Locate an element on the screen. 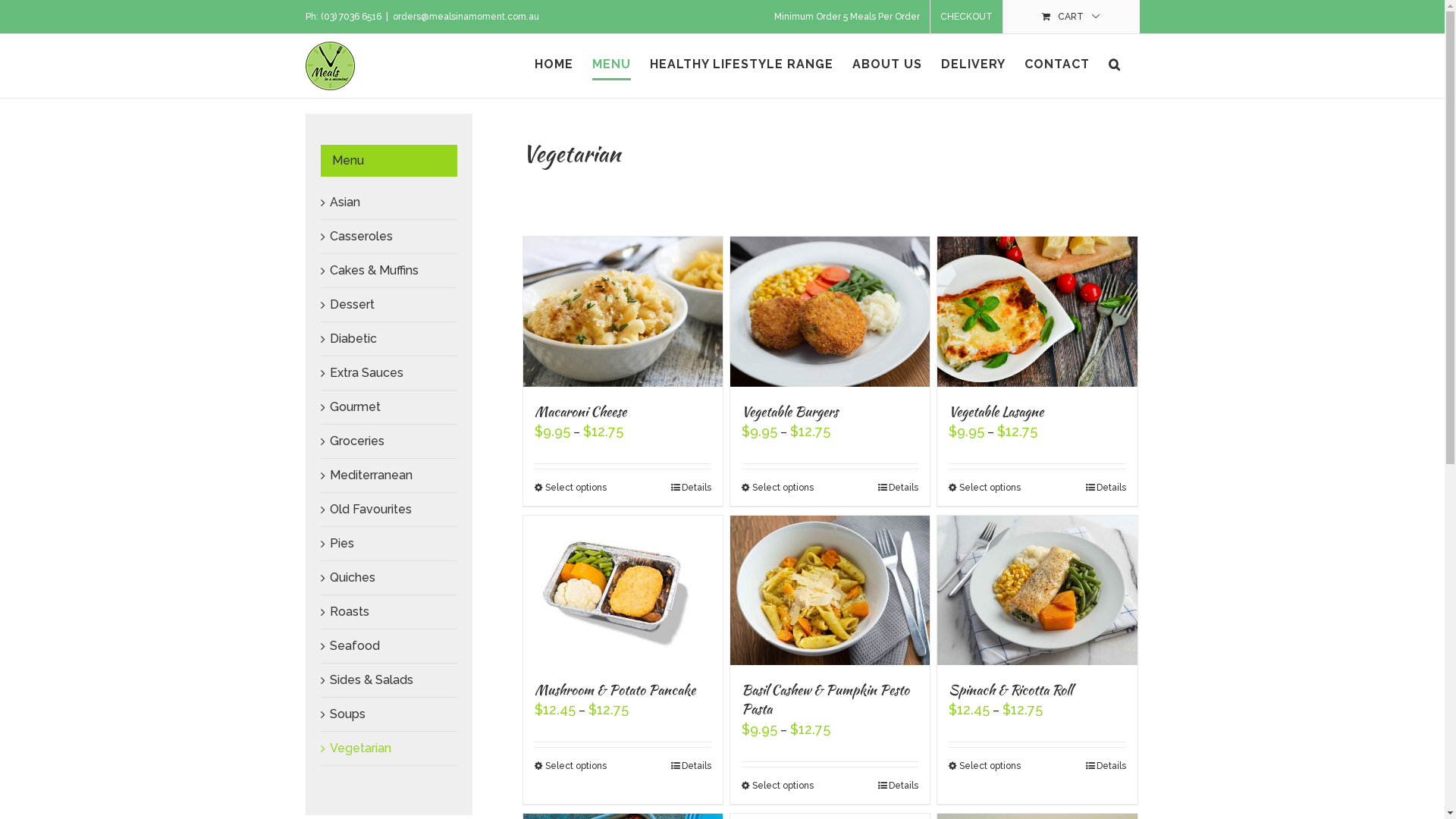 The height and width of the screenshot is (819, 1456). 'Vegetable Burgers' is located at coordinates (789, 411).